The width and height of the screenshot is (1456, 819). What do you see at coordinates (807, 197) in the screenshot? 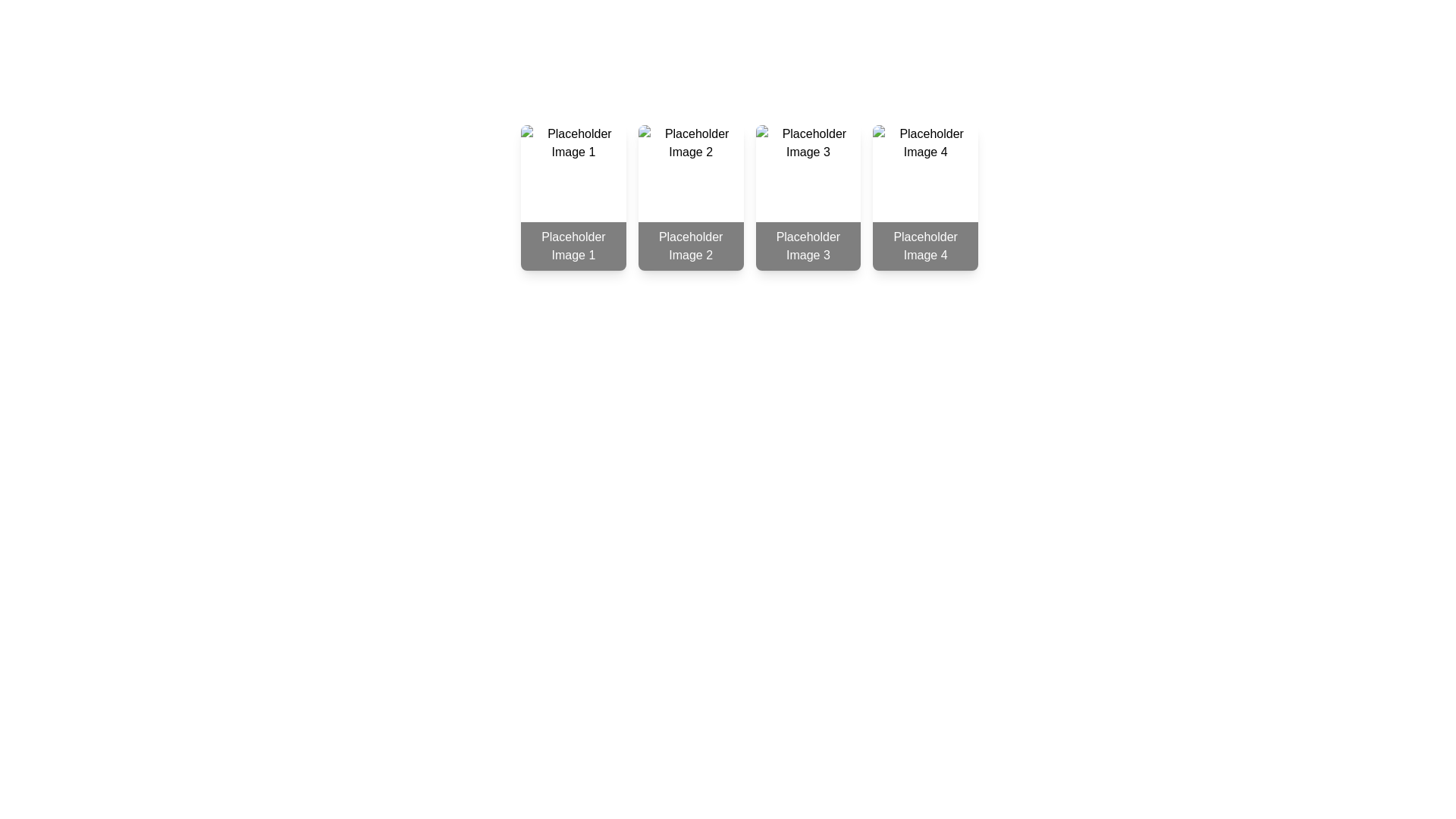
I see `the Card element that displays 'Placeholder Image 3' and has a darker shaded bottom section, positioned as the third card in a horizontal layout` at bounding box center [807, 197].